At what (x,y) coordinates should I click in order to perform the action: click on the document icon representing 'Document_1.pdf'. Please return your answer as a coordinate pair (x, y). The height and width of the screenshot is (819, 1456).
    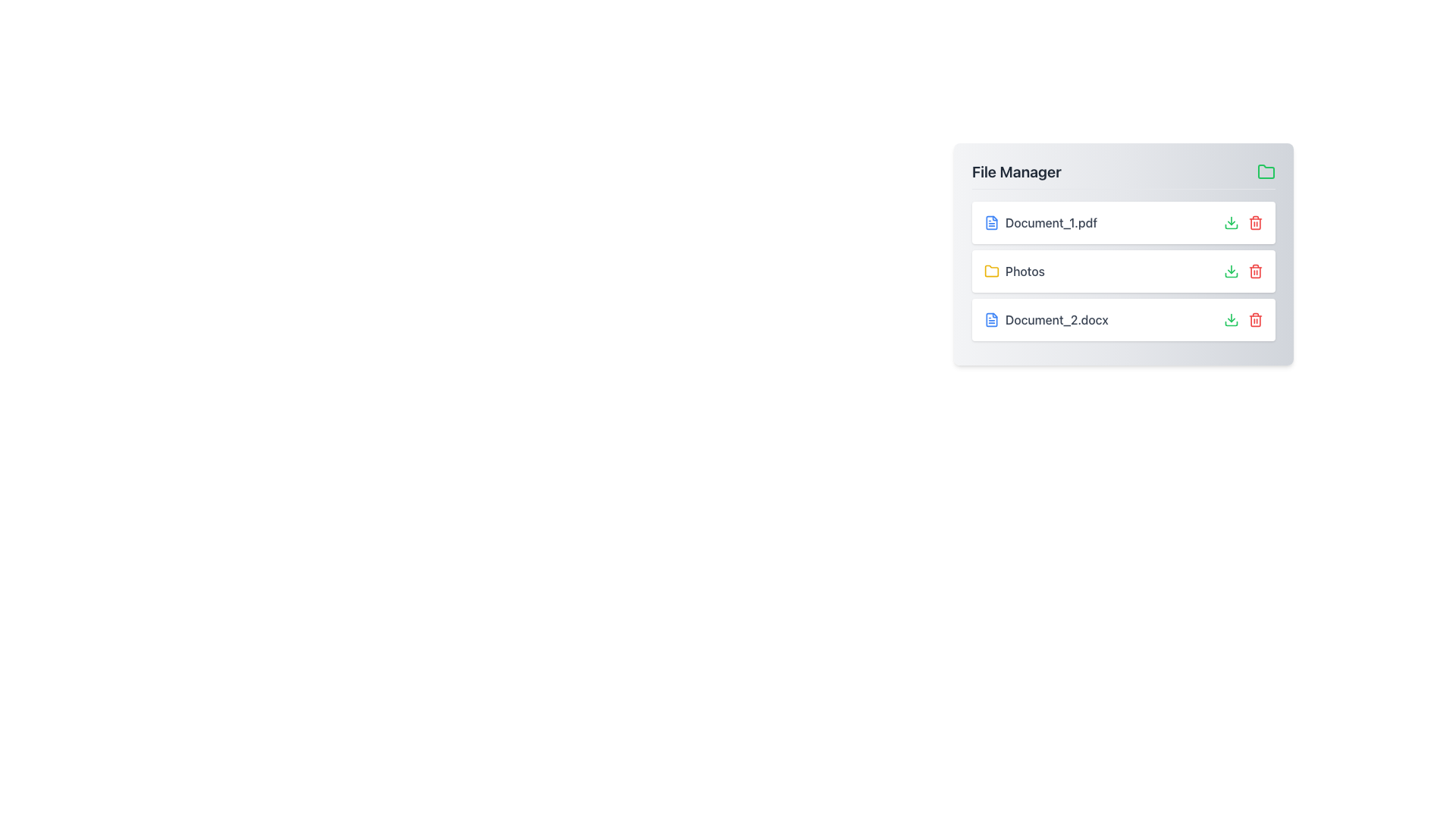
    Looking at the image, I should click on (992, 222).